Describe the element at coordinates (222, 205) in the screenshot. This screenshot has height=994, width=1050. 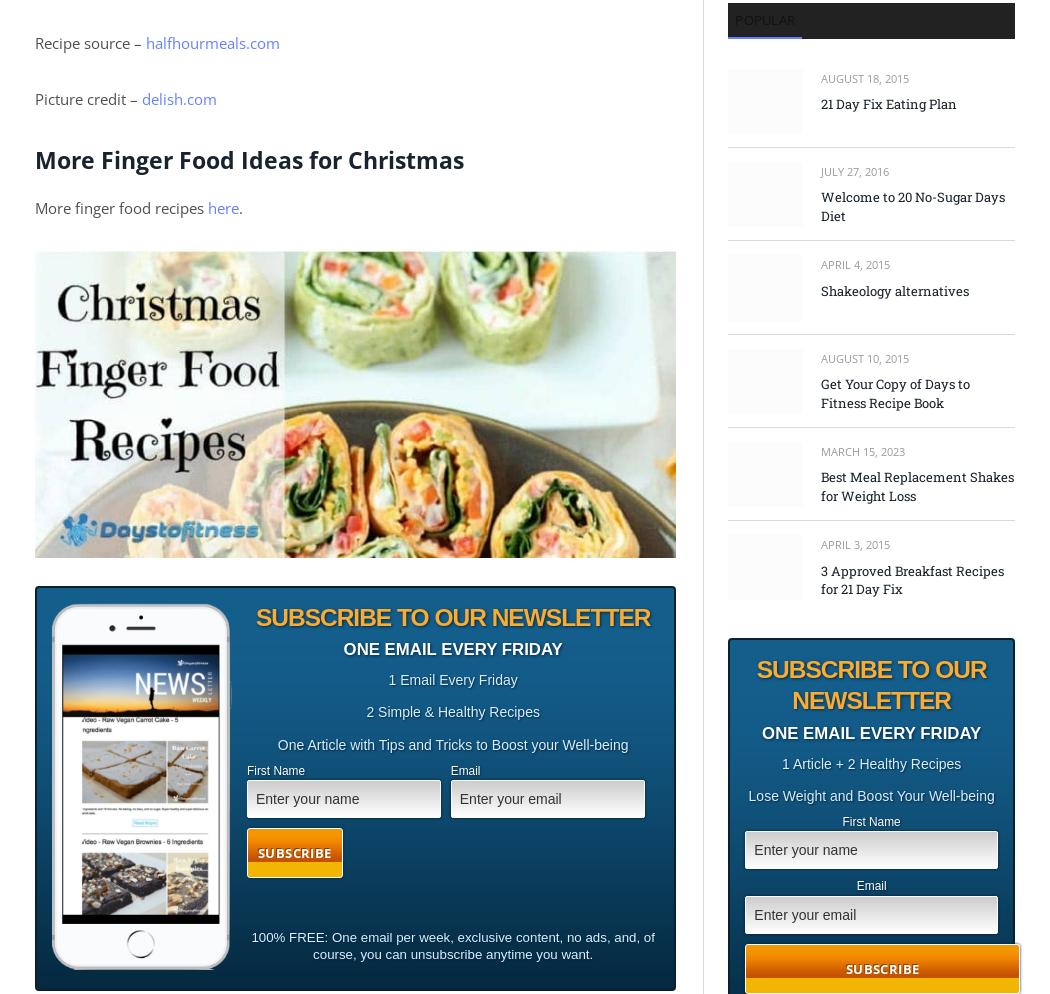
I see `'here'` at that location.